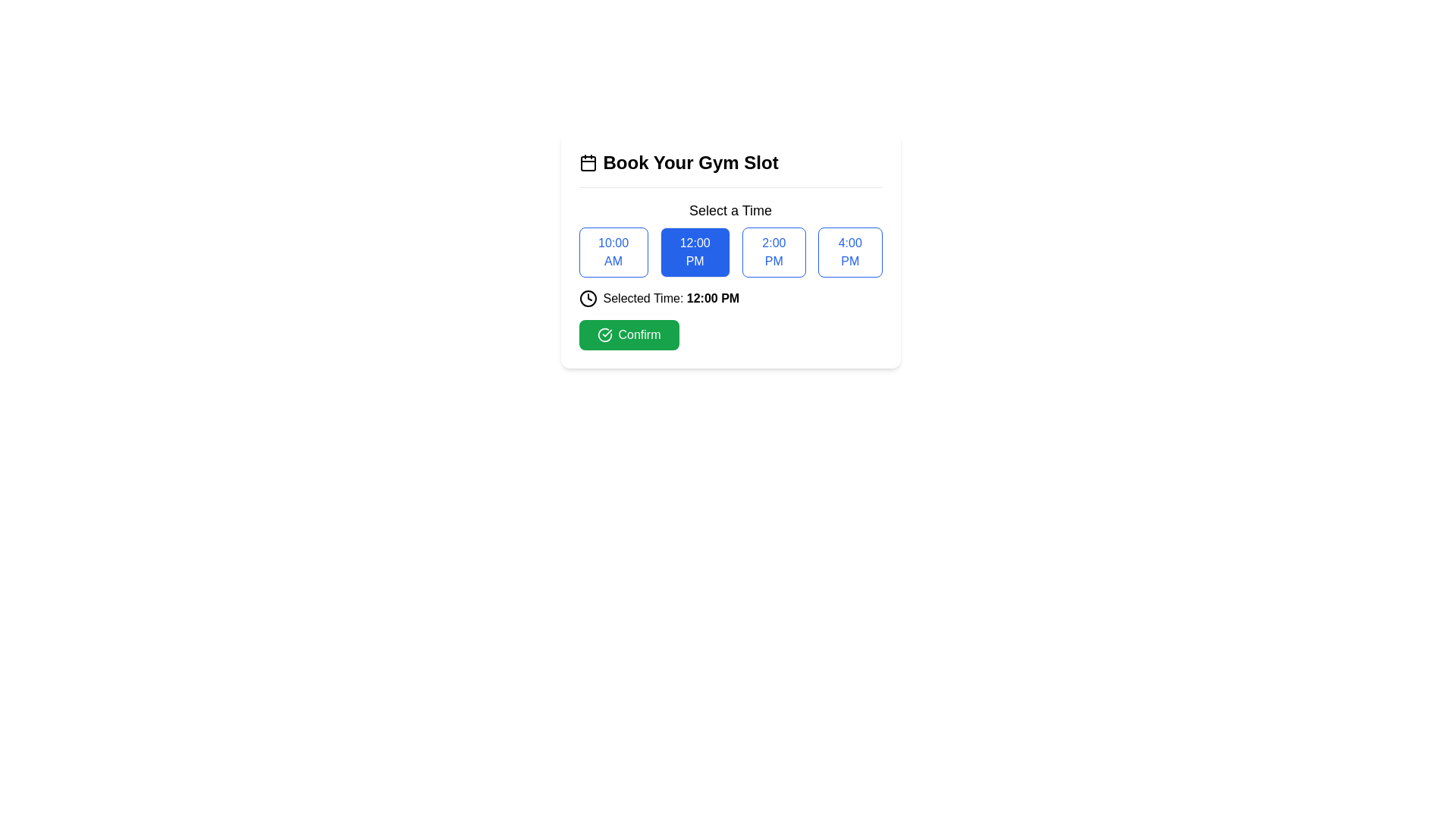  What do you see at coordinates (730, 251) in the screenshot?
I see `the highlighted button displaying '12:00 PM'` at bounding box center [730, 251].